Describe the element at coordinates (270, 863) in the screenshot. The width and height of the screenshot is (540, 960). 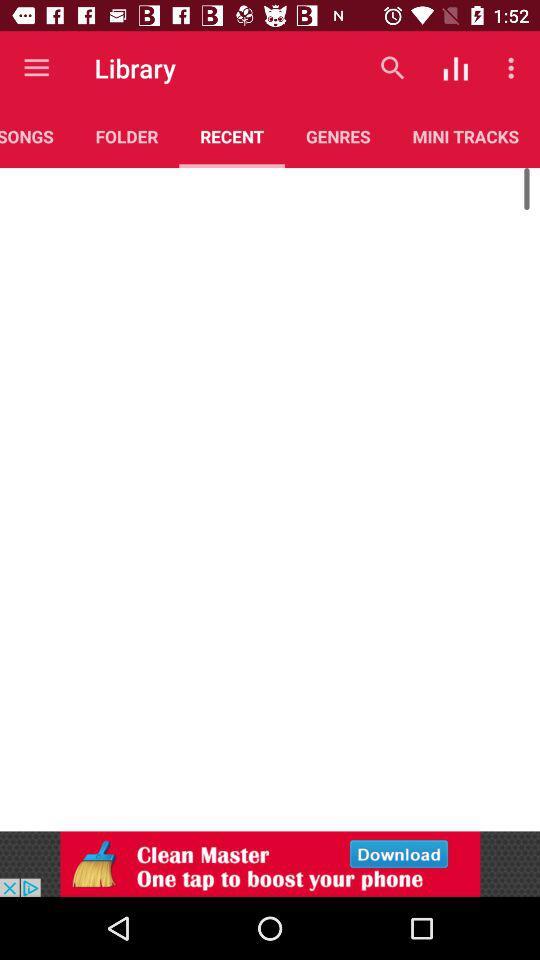
I see `advertisement website` at that location.